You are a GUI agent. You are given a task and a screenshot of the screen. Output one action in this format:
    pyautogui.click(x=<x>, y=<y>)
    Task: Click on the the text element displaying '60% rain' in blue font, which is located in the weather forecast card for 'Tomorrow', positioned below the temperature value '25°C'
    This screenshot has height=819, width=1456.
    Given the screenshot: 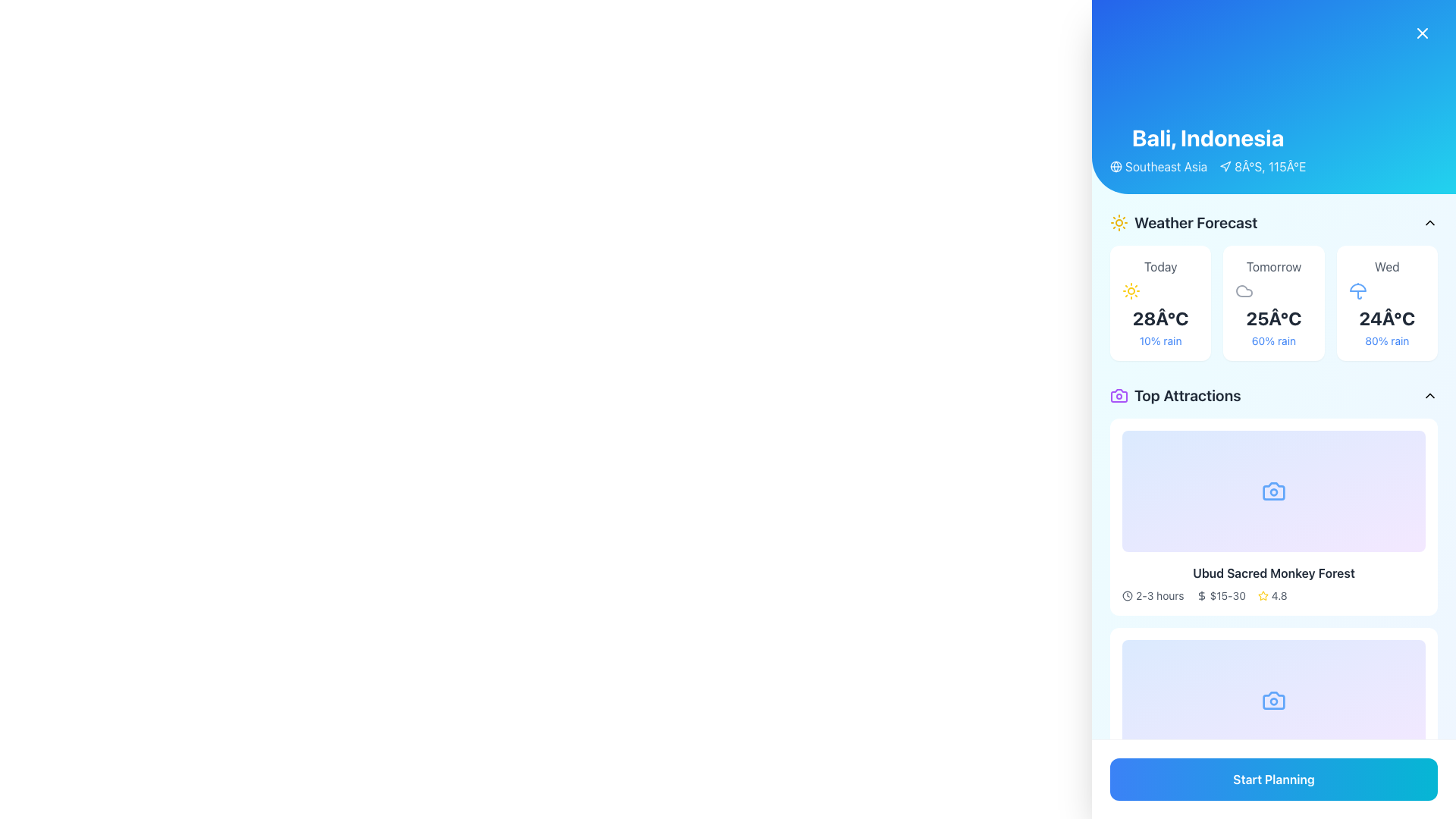 What is the action you would take?
    pyautogui.click(x=1274, y=341)
    